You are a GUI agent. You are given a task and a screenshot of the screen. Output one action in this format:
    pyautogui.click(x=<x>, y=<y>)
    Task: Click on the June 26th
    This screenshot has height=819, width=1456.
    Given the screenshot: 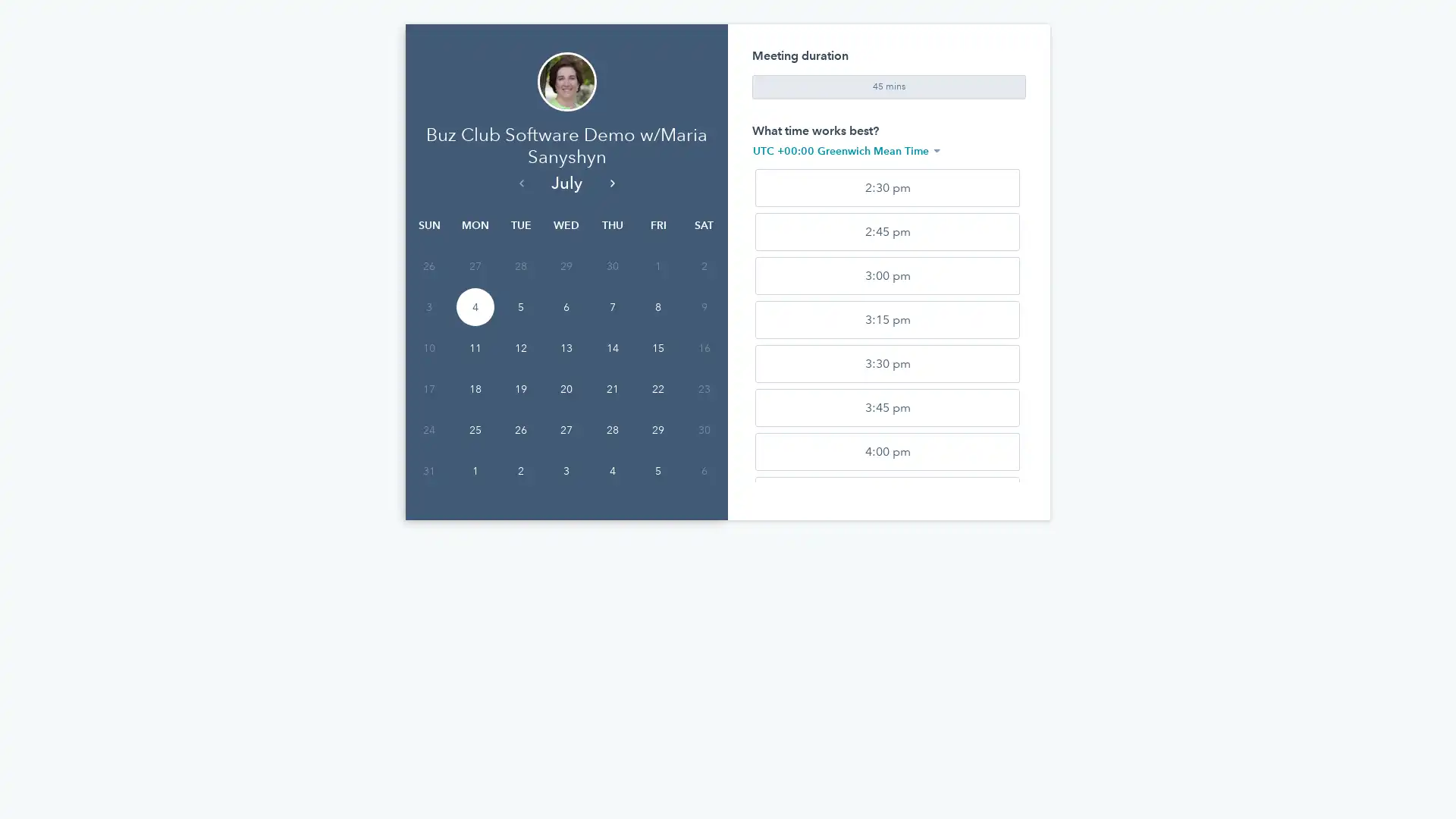 What is the action you would take?
    pyautogui.click(x=428, y=323)
    